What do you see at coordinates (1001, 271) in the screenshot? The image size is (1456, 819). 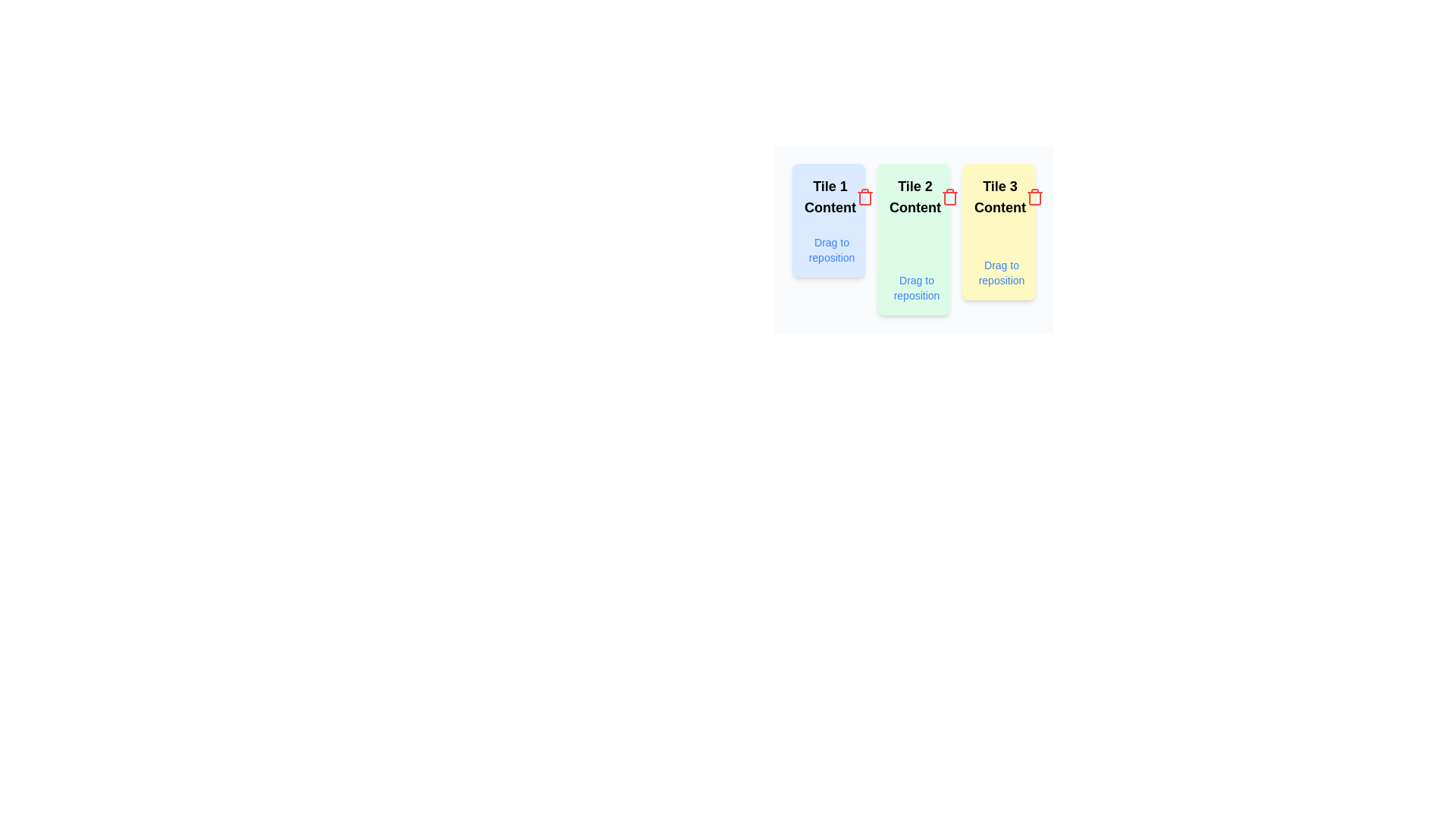 I see `the text element displaying 'Drag to reposition', which is located at the bottom of the third card labeled 'Tile 3 Content'` at bounding box center [1001, 271].